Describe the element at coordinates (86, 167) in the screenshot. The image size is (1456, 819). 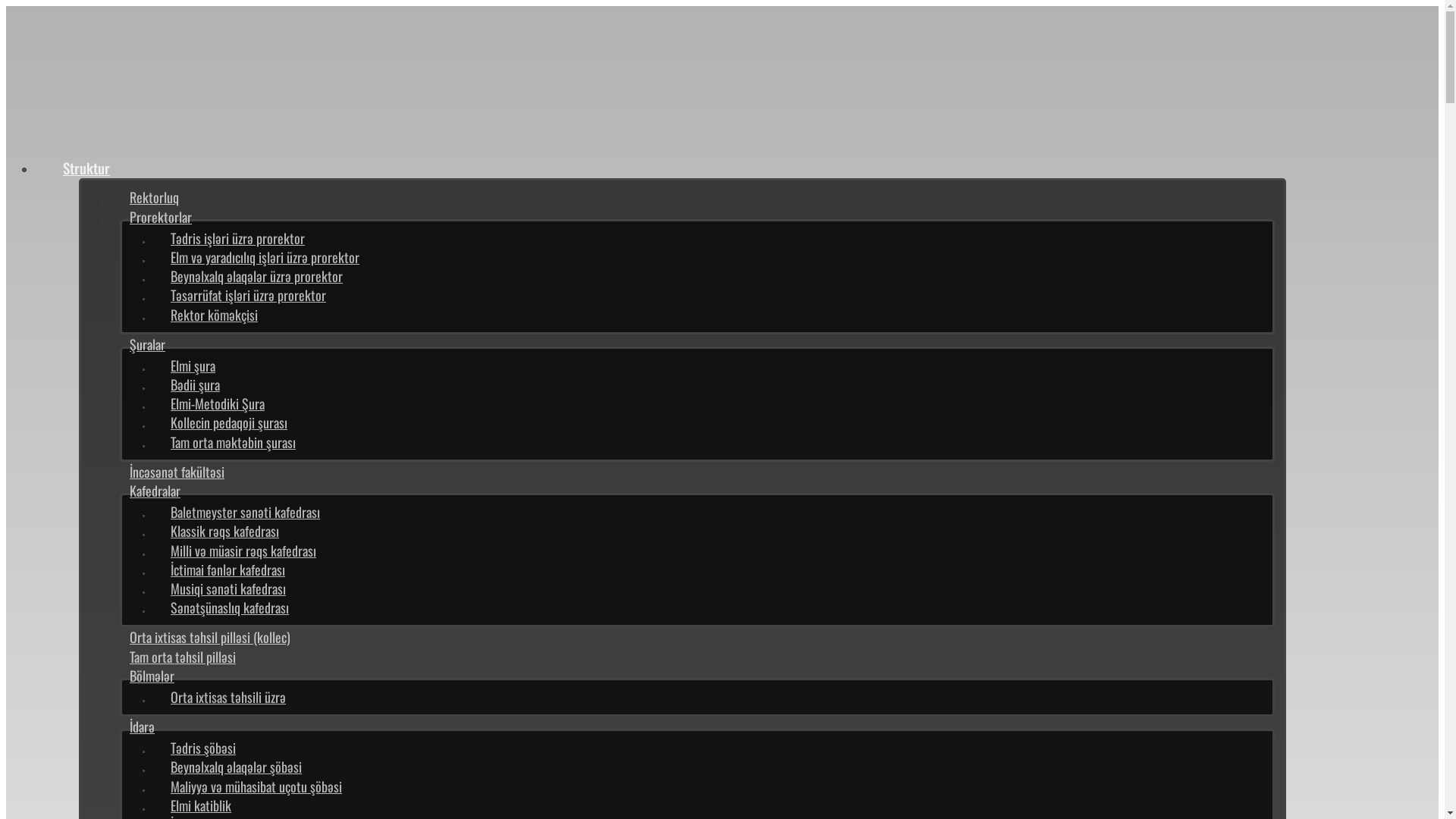
I see `'Struktur'` at that location.